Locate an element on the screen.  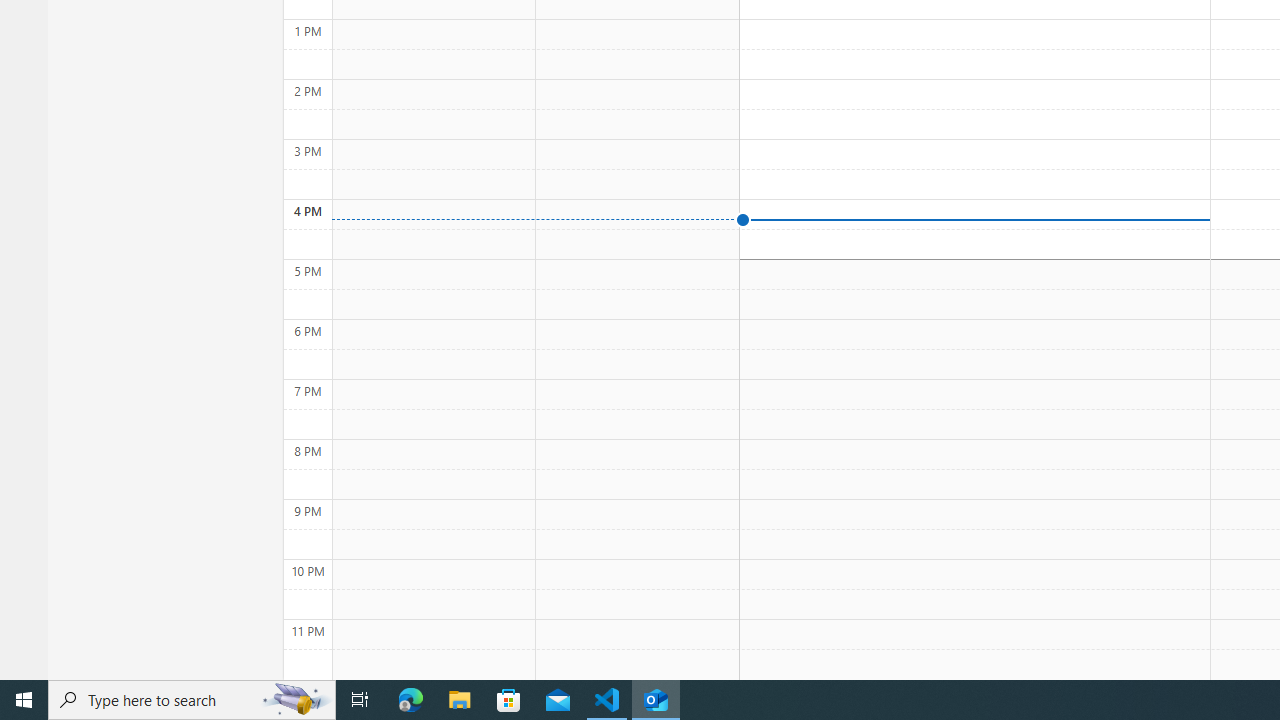
'Outlook (new) - 1 running window' is located at coordinates (656, 698).